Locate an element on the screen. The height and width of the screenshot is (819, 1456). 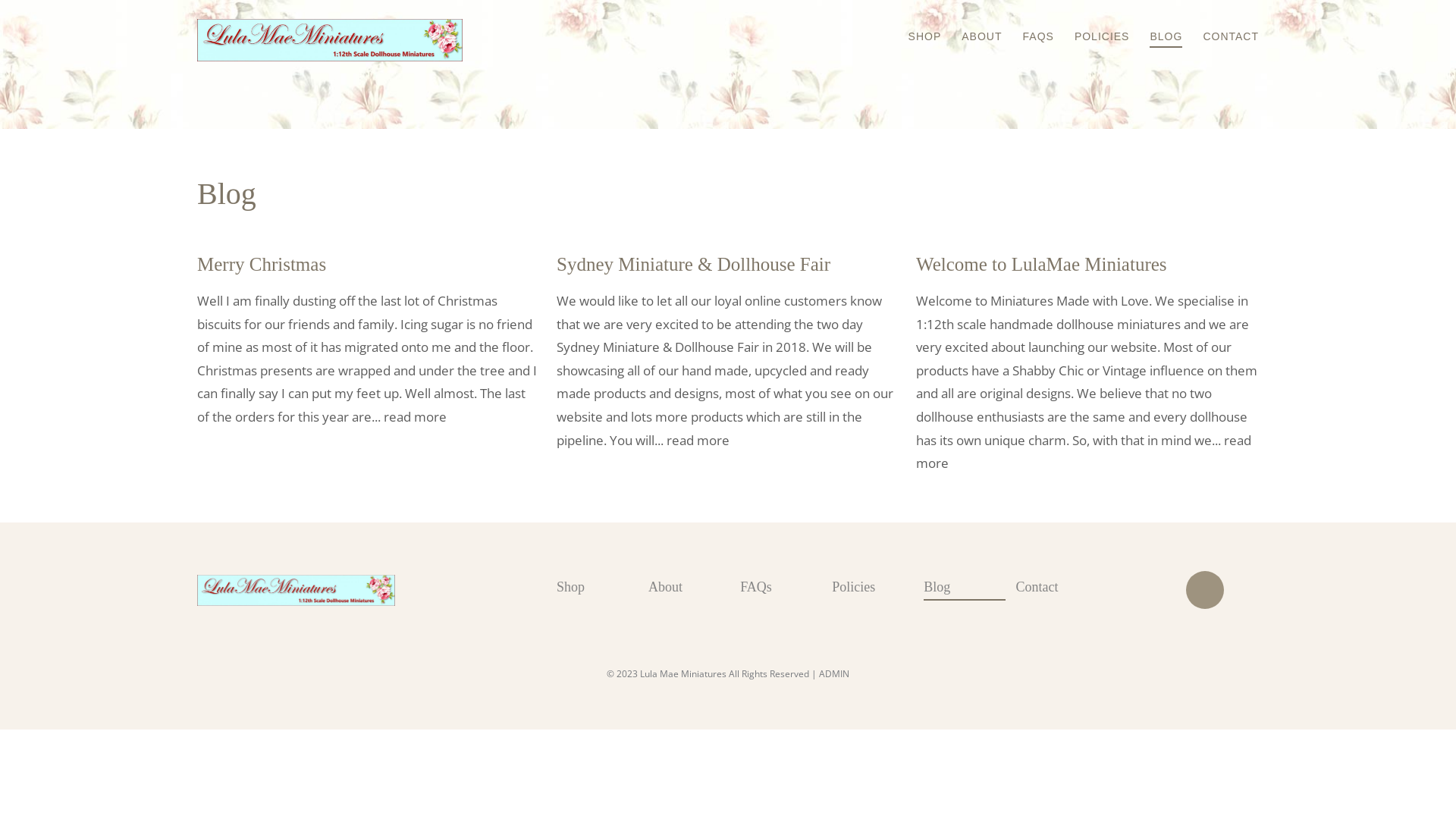
'Contact' is located at coordinates (1060, 586).